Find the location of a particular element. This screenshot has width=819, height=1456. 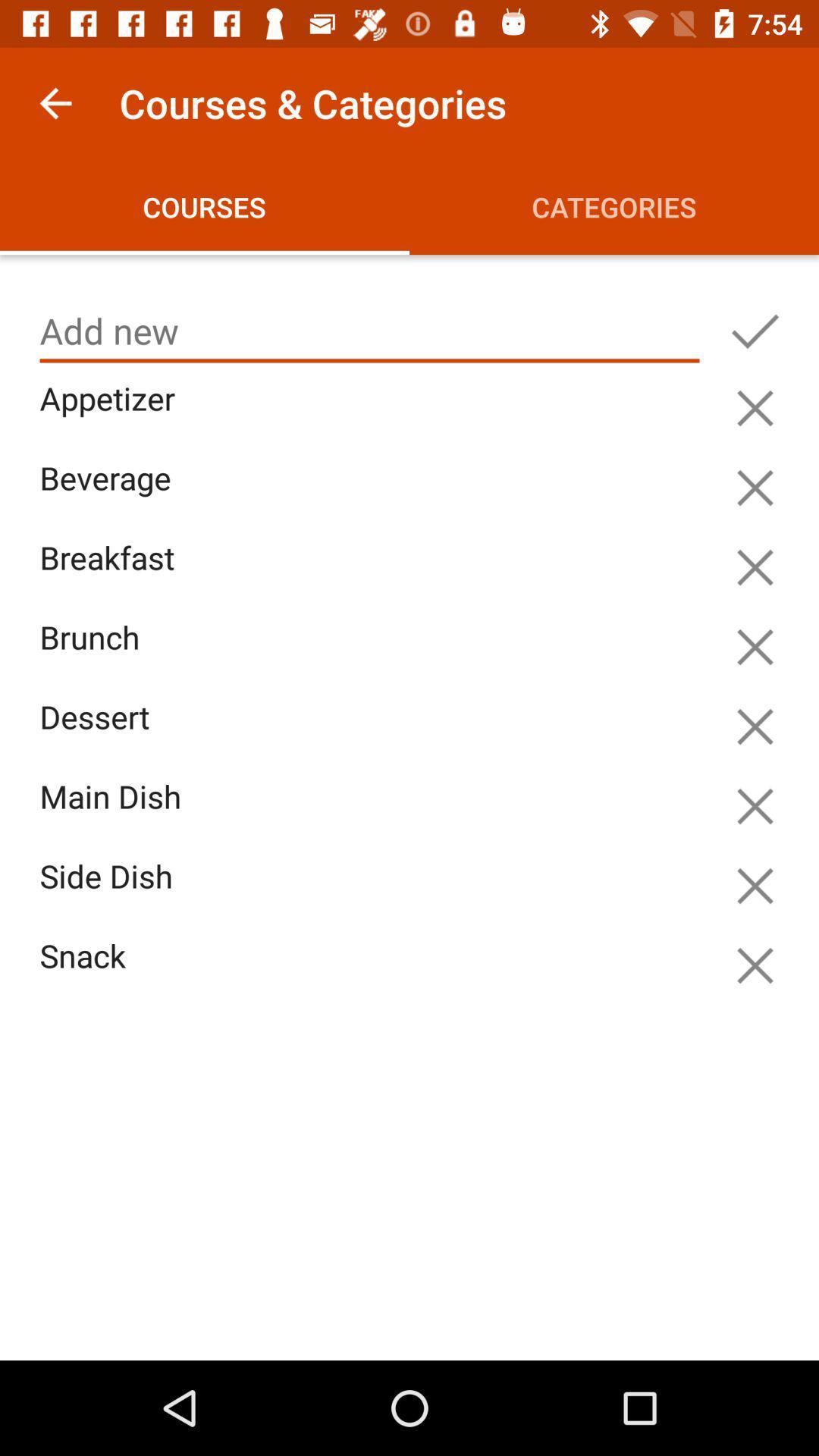

a new category is located at coordinates (755, 331).